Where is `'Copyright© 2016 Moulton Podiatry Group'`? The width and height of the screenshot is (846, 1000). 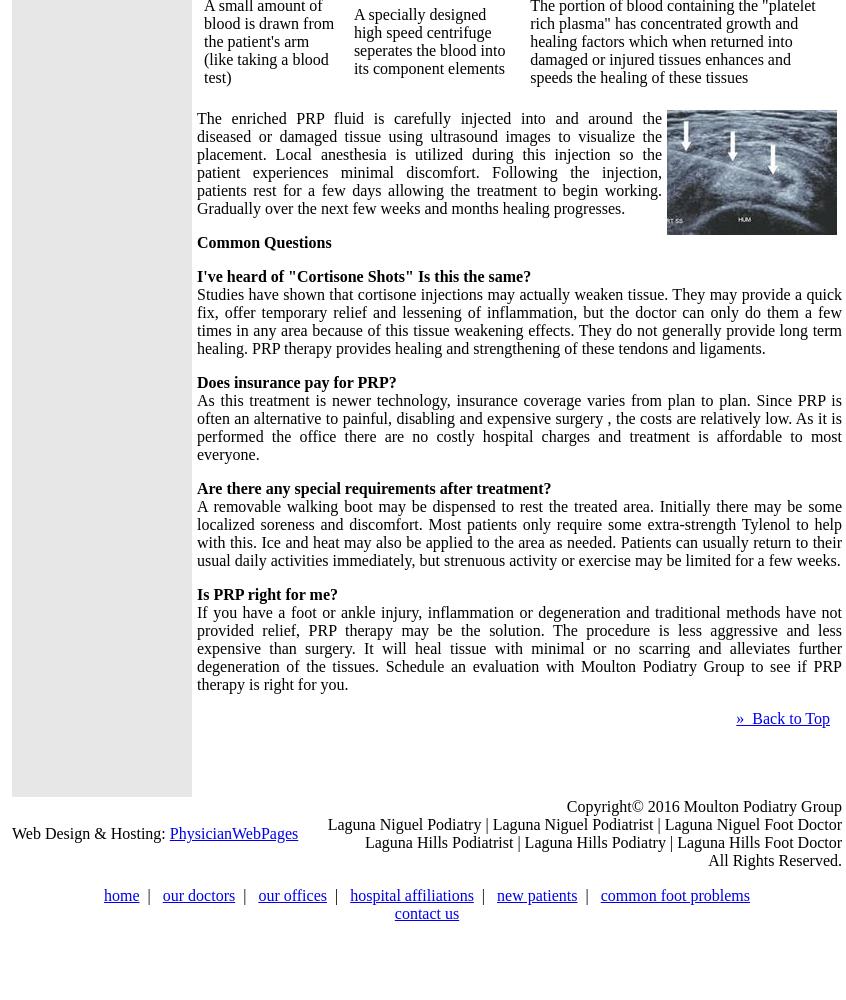
'Copyright© 2016 Moulton Podiatry Group' is located at coordinates (564, 806).